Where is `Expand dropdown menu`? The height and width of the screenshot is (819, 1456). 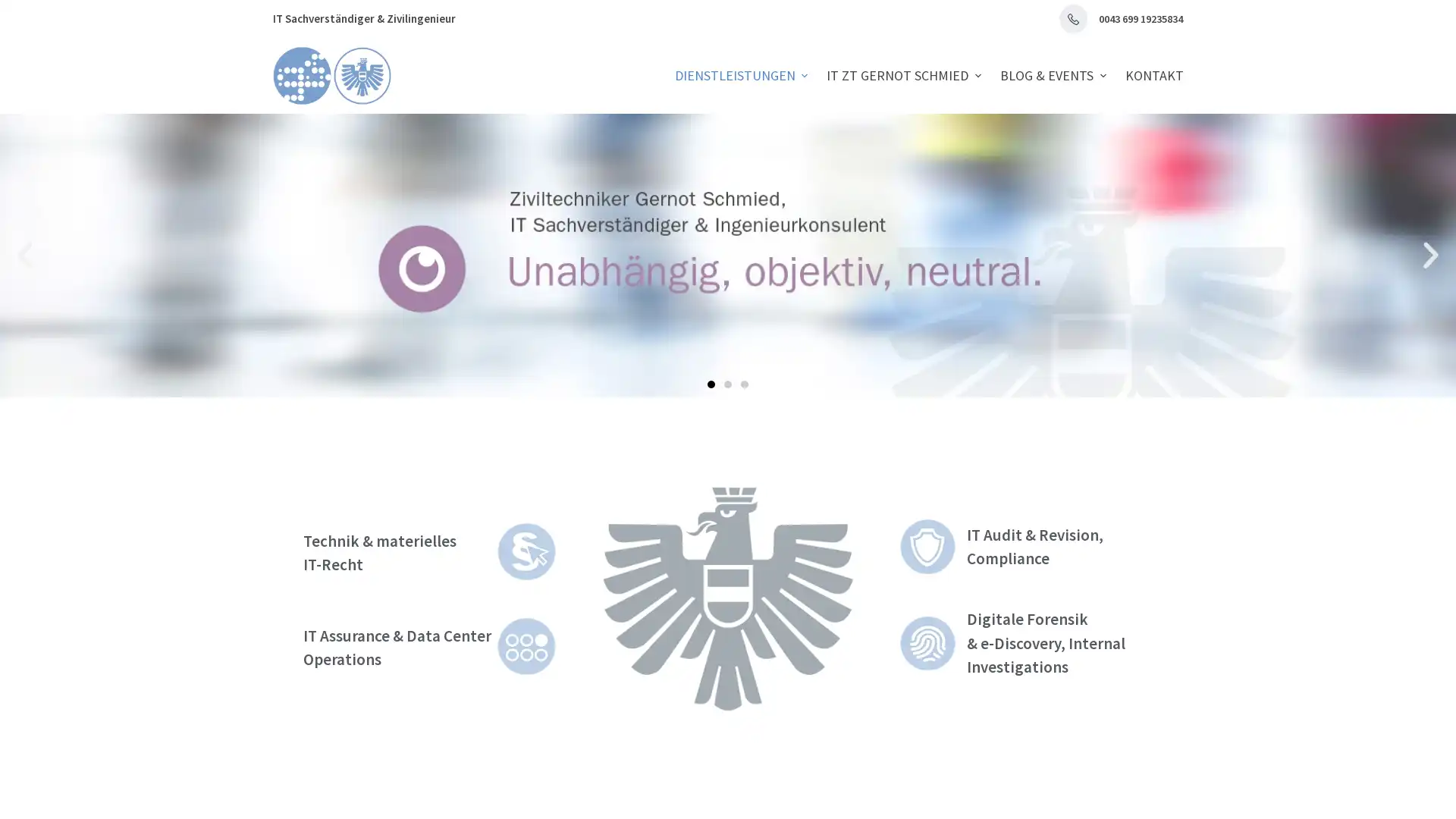 Expand dropdown menu is located at coordinates (803, 76).